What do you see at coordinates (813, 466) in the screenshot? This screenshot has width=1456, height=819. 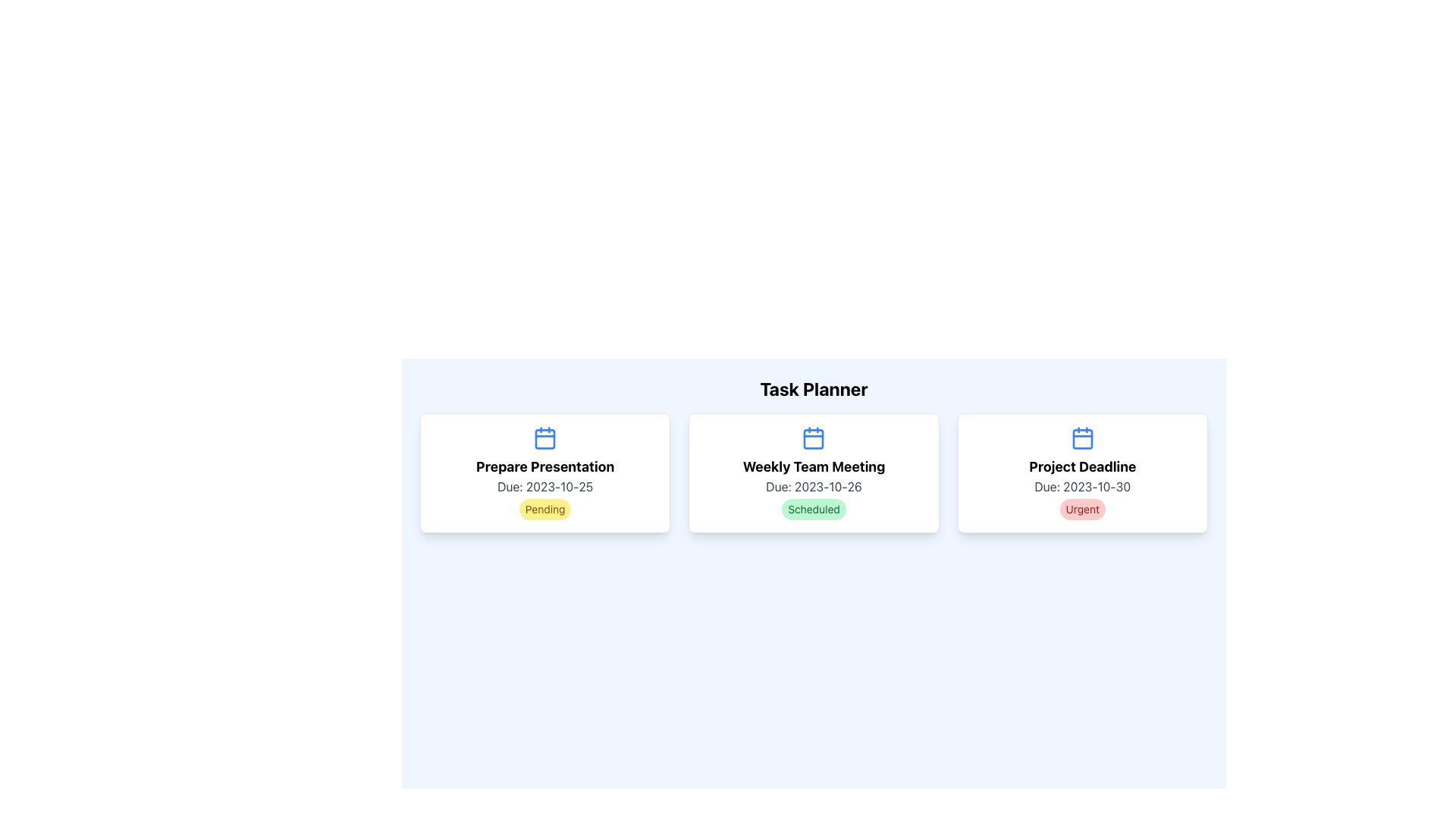 I see `the text label displaying 'Weekly Team Meeting', which is bold, center-aligned, and located in the central card of the three-card layout under 'Task Planner'` at bounding box center [813, 466].